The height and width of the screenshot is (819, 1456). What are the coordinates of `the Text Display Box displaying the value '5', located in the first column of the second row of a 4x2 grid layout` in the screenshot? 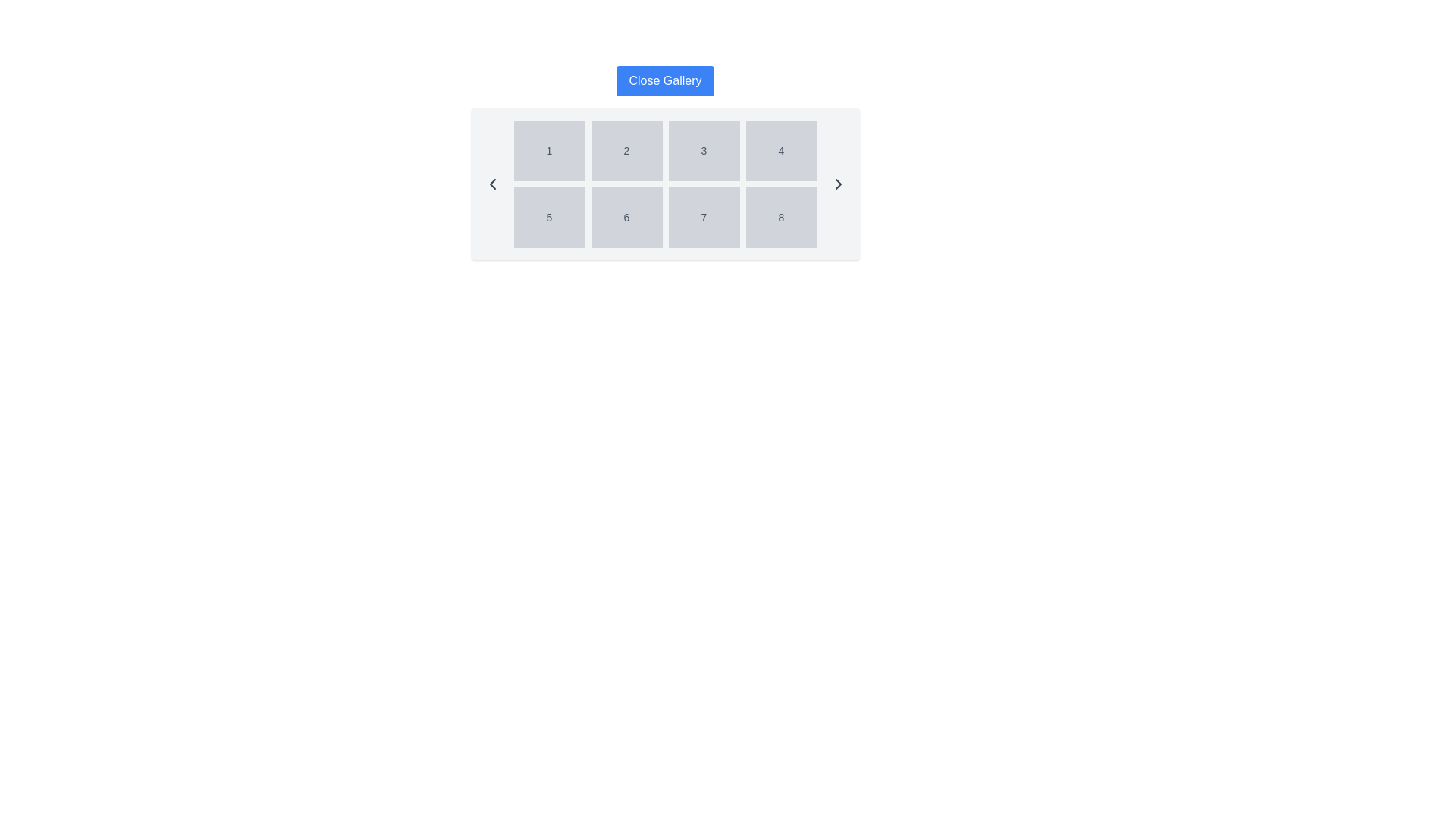 It's located at (548, 217).